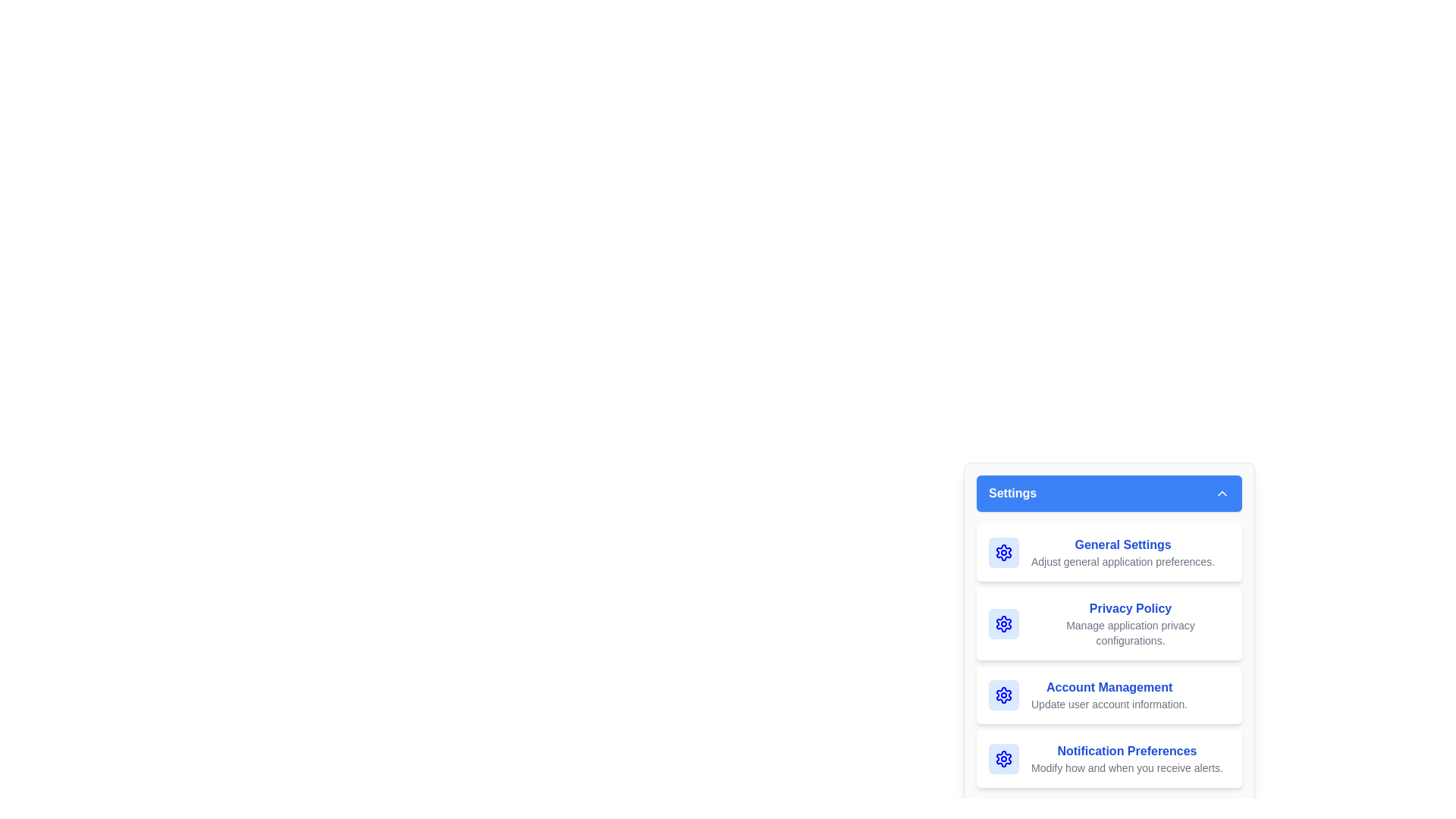  Describe the element at coordinates (1109, 759) in the screenshot. I see `the menu item Notification Preferences from the dropdown` at that location.